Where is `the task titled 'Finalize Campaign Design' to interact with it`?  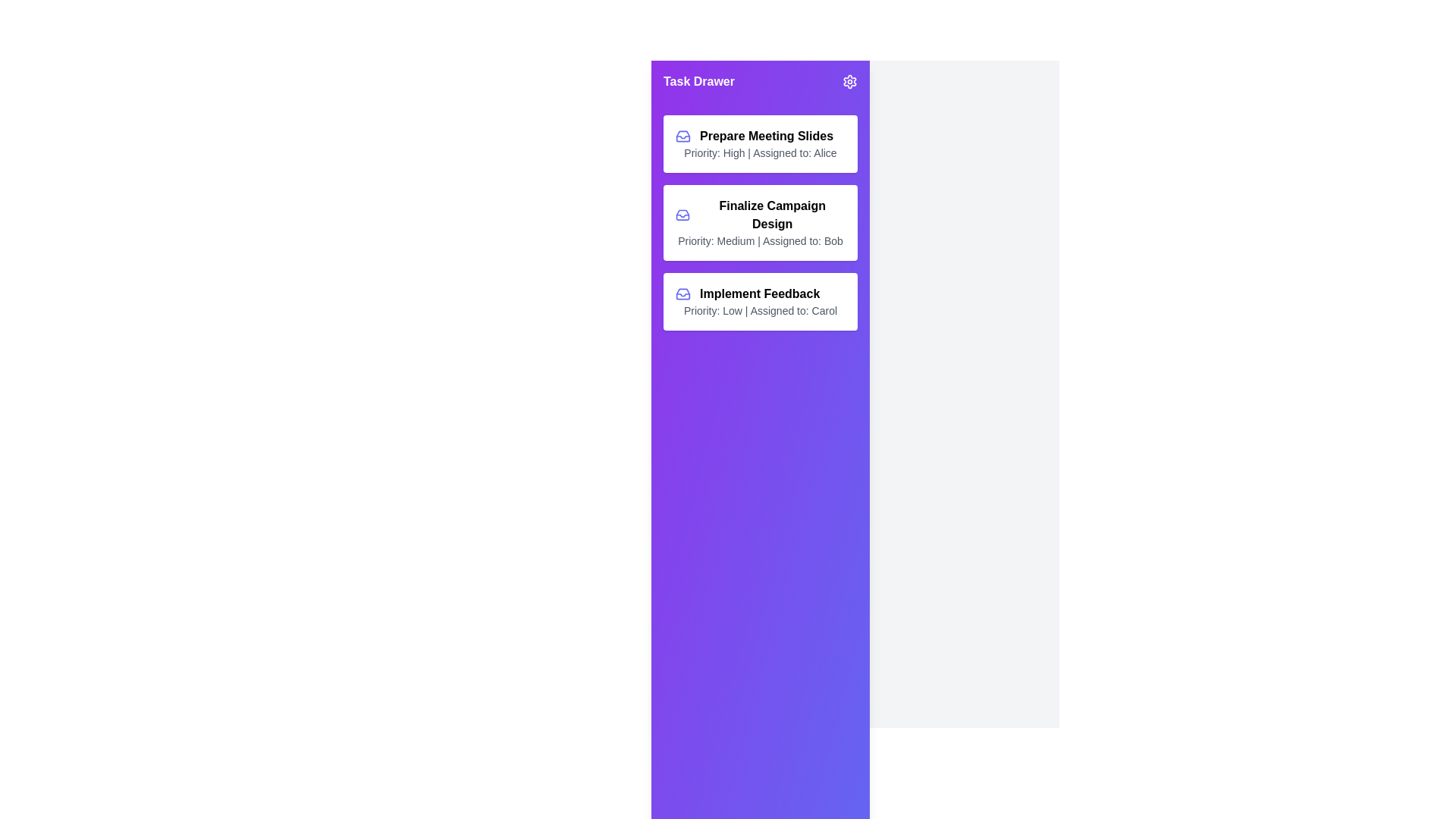
the task titled 'Finalize Campaign Design' to interact with it is located at coordinates (761, 222).